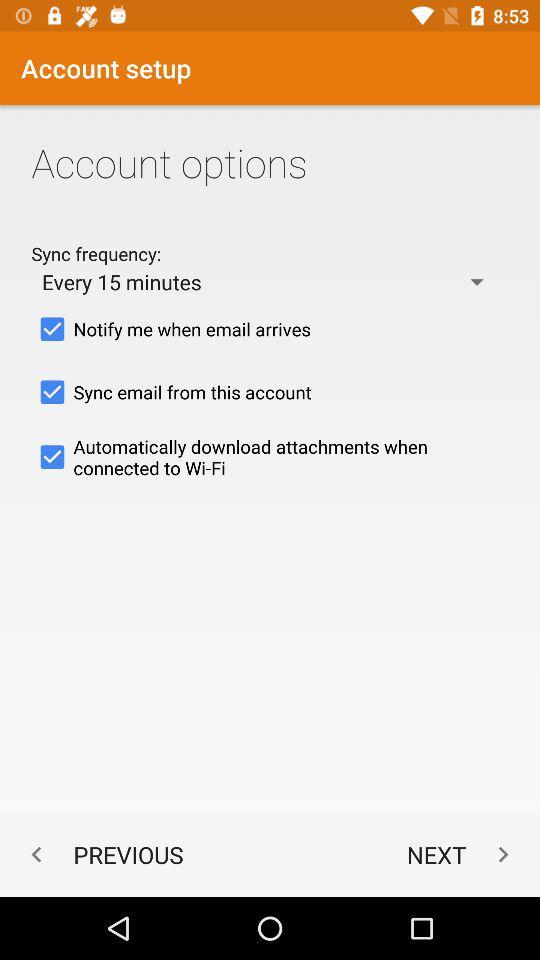  I want to click on the previous at the bottom left corner, so click(102, 853).